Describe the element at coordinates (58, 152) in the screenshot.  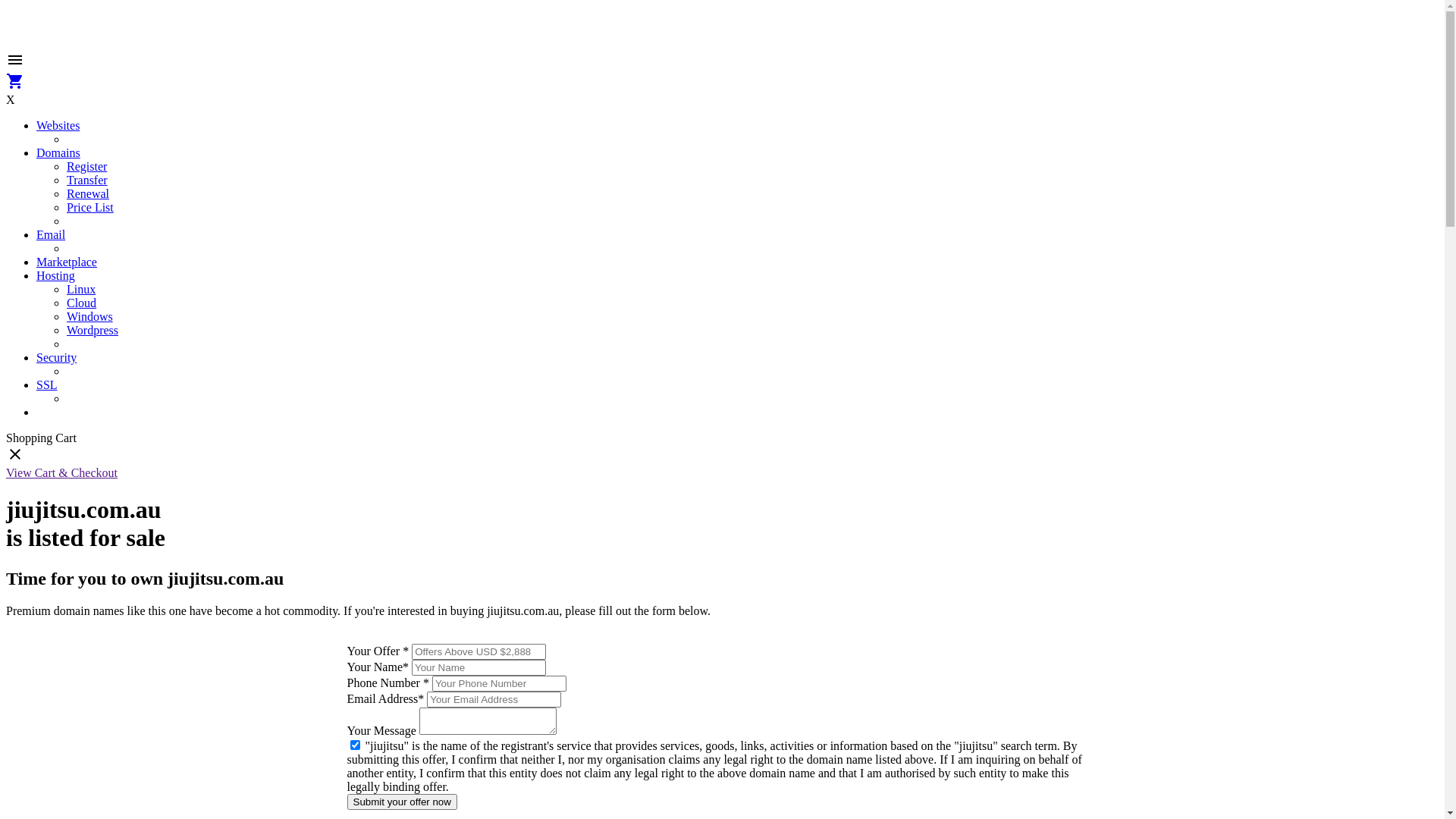
I see `'Domains'` at that location.